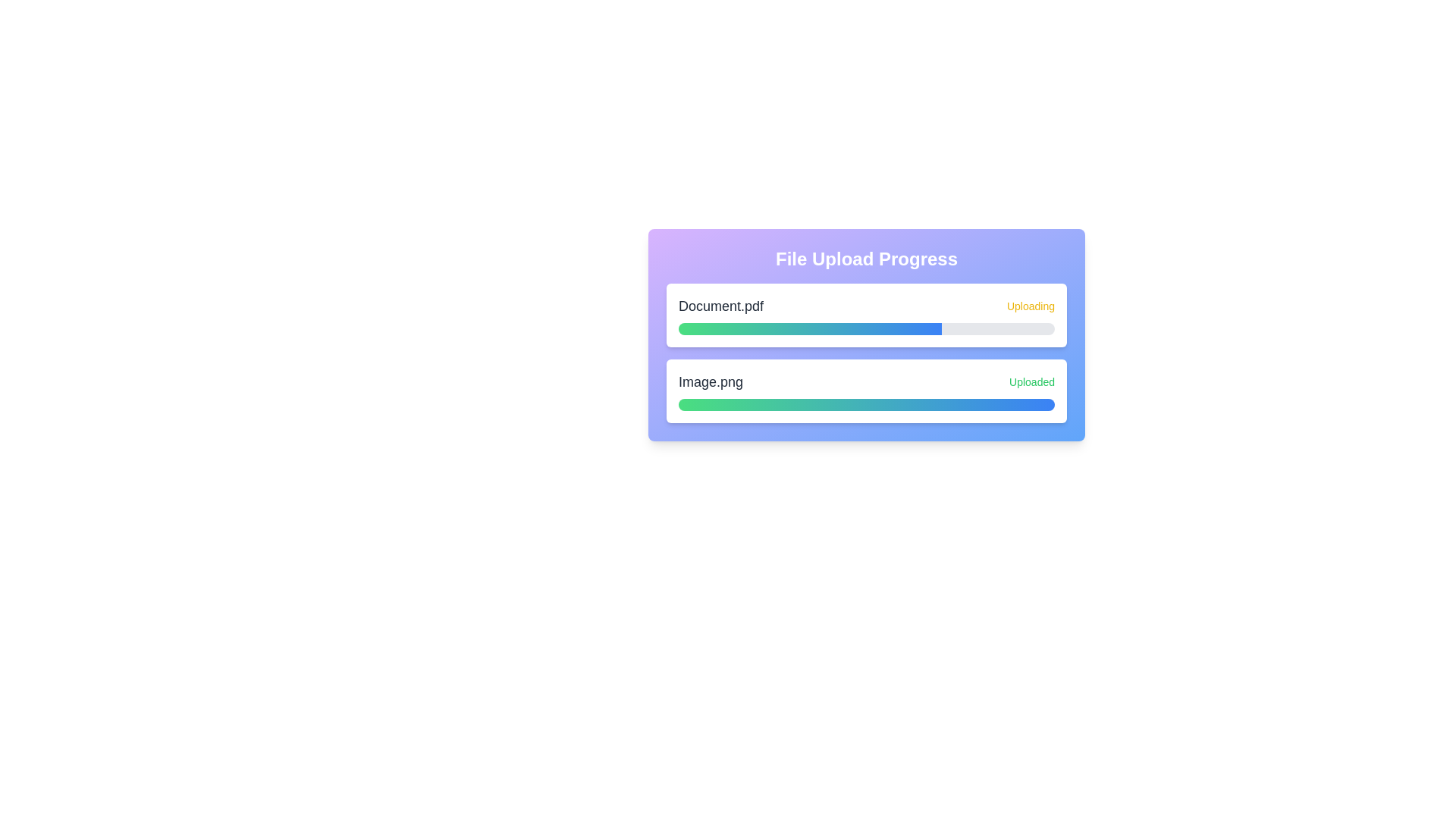  Describe the element at coordinates (809, 328) in the screenshot. I see `the progress bar for 'Document.pdf' to reveal tooltip information` at that location.